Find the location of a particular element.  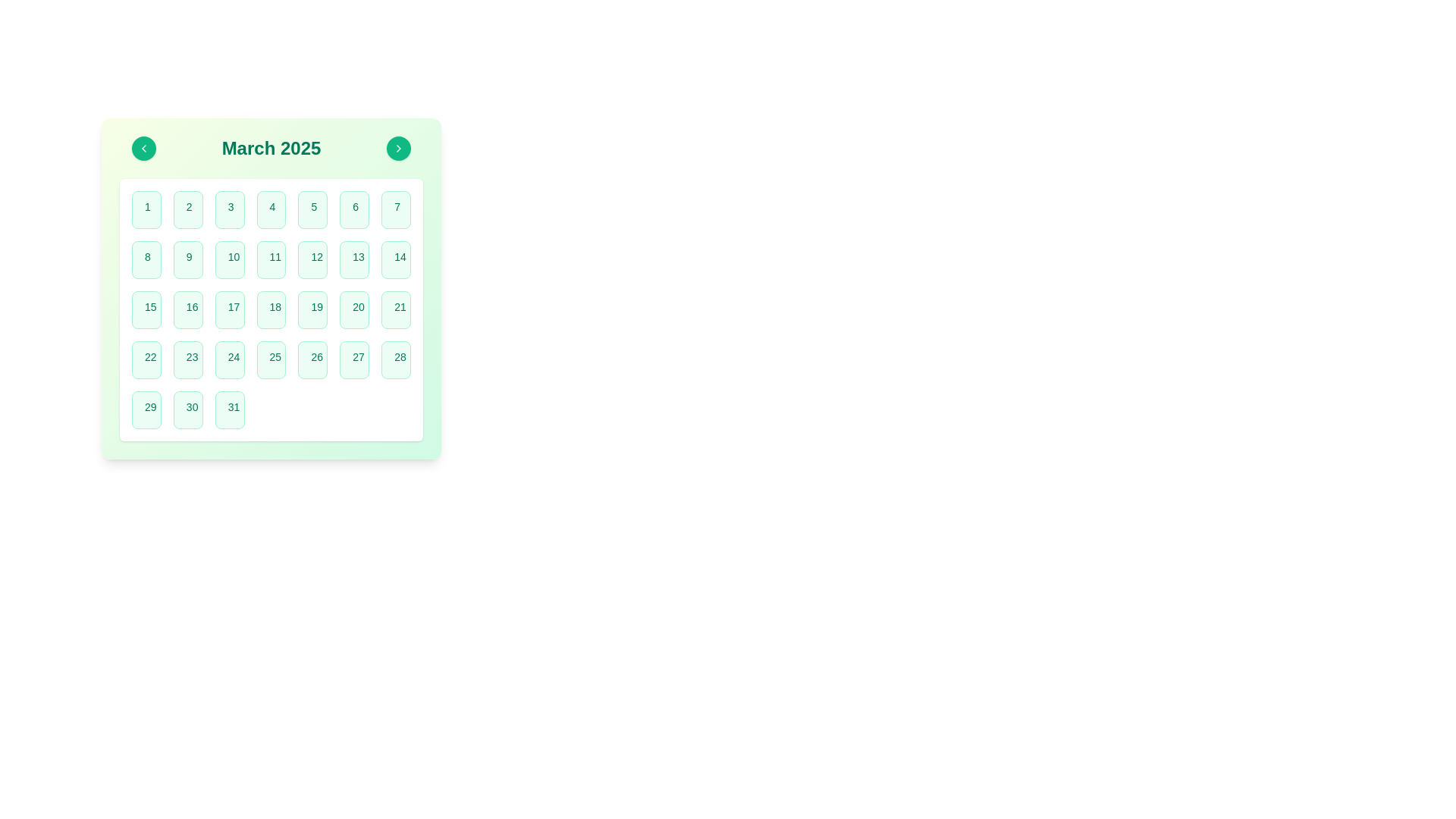

the text label indicating the 19th day of March 2025 in the calendar grid, located in the fourth row and second column is located at coordinates (316, 307).